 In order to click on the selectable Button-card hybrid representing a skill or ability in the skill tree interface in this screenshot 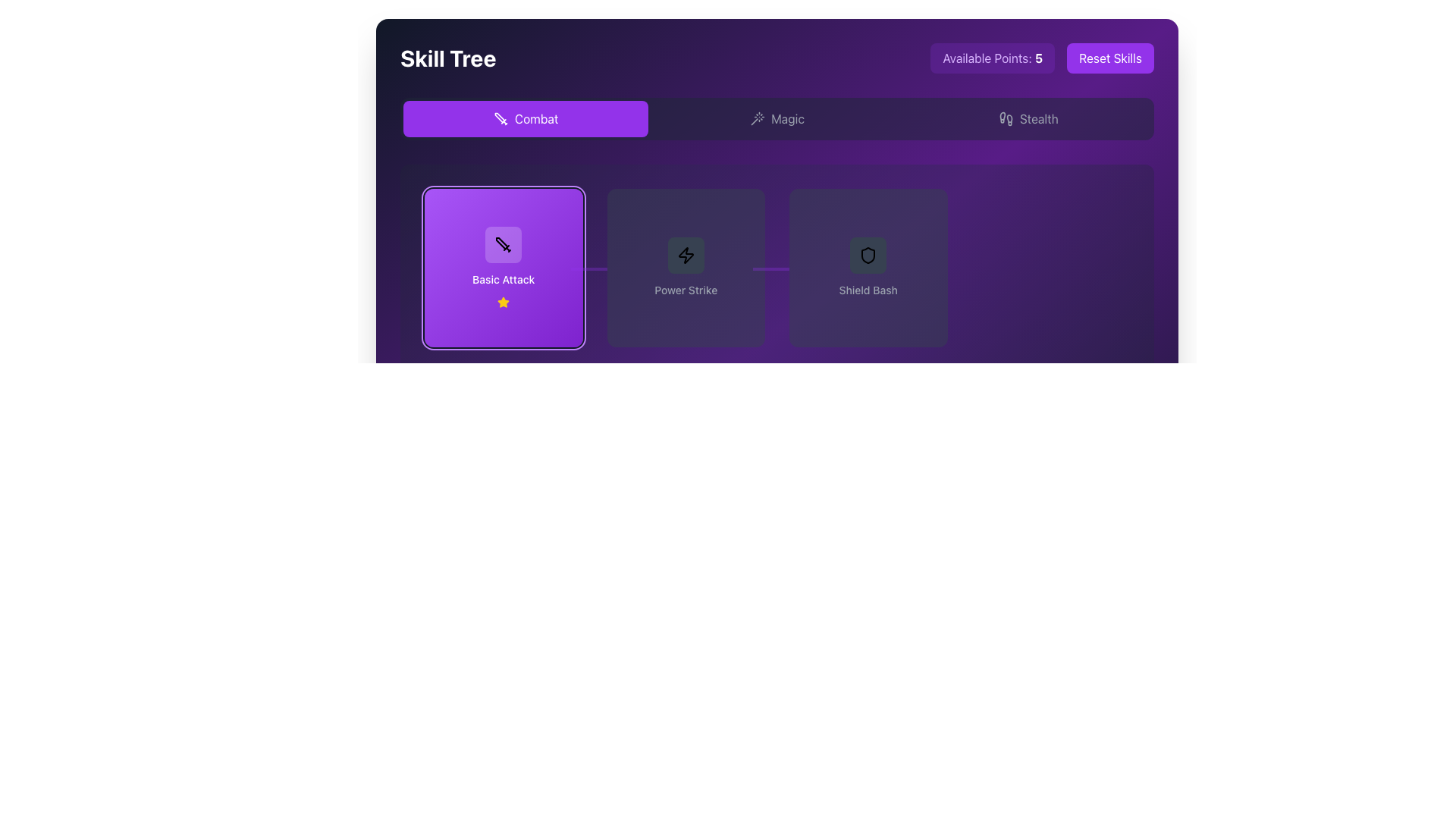, I will do `click(685, 267)`.